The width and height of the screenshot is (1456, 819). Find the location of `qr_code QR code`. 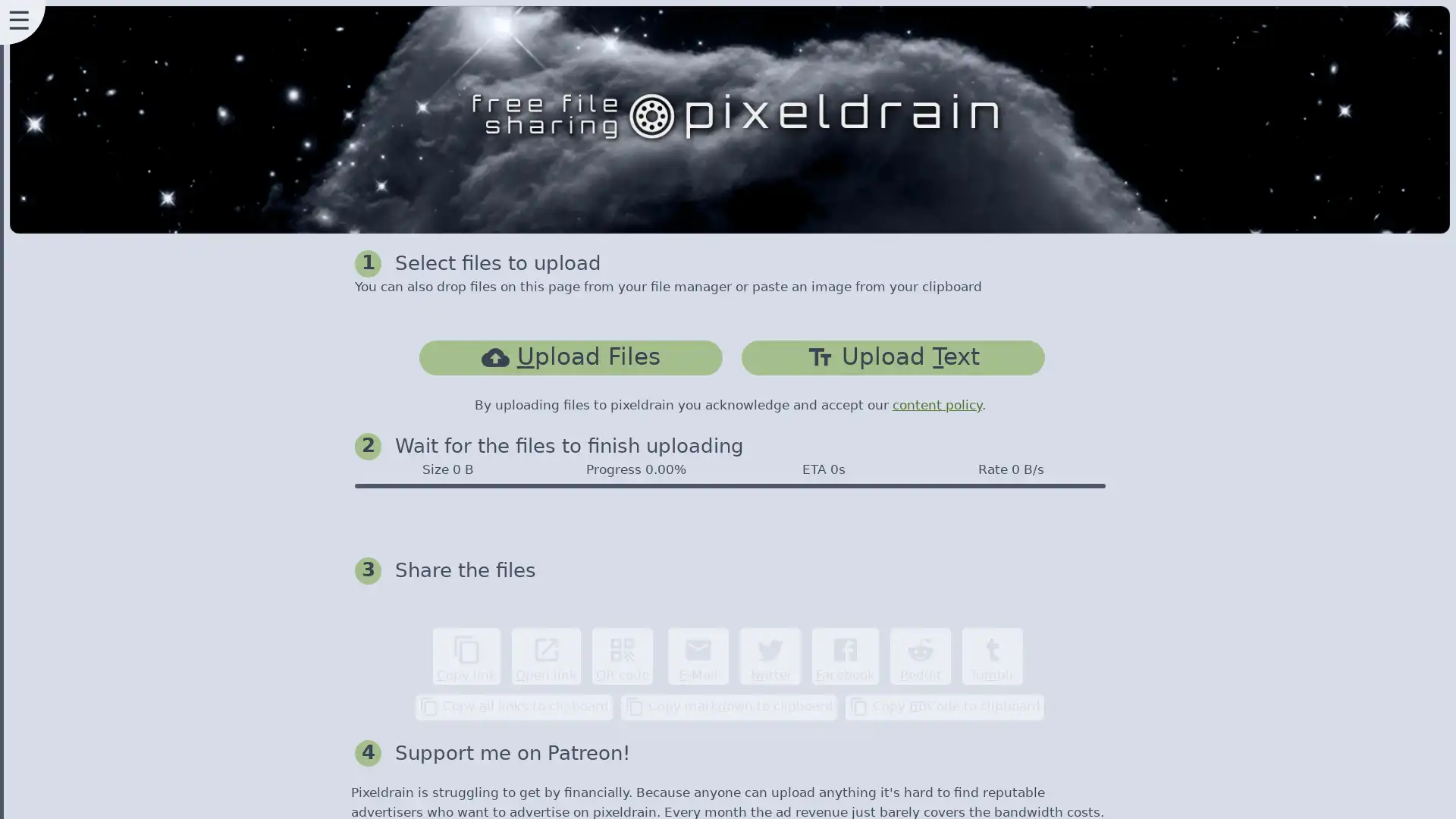

qr_code QR code is located at coordinates (730, 655).